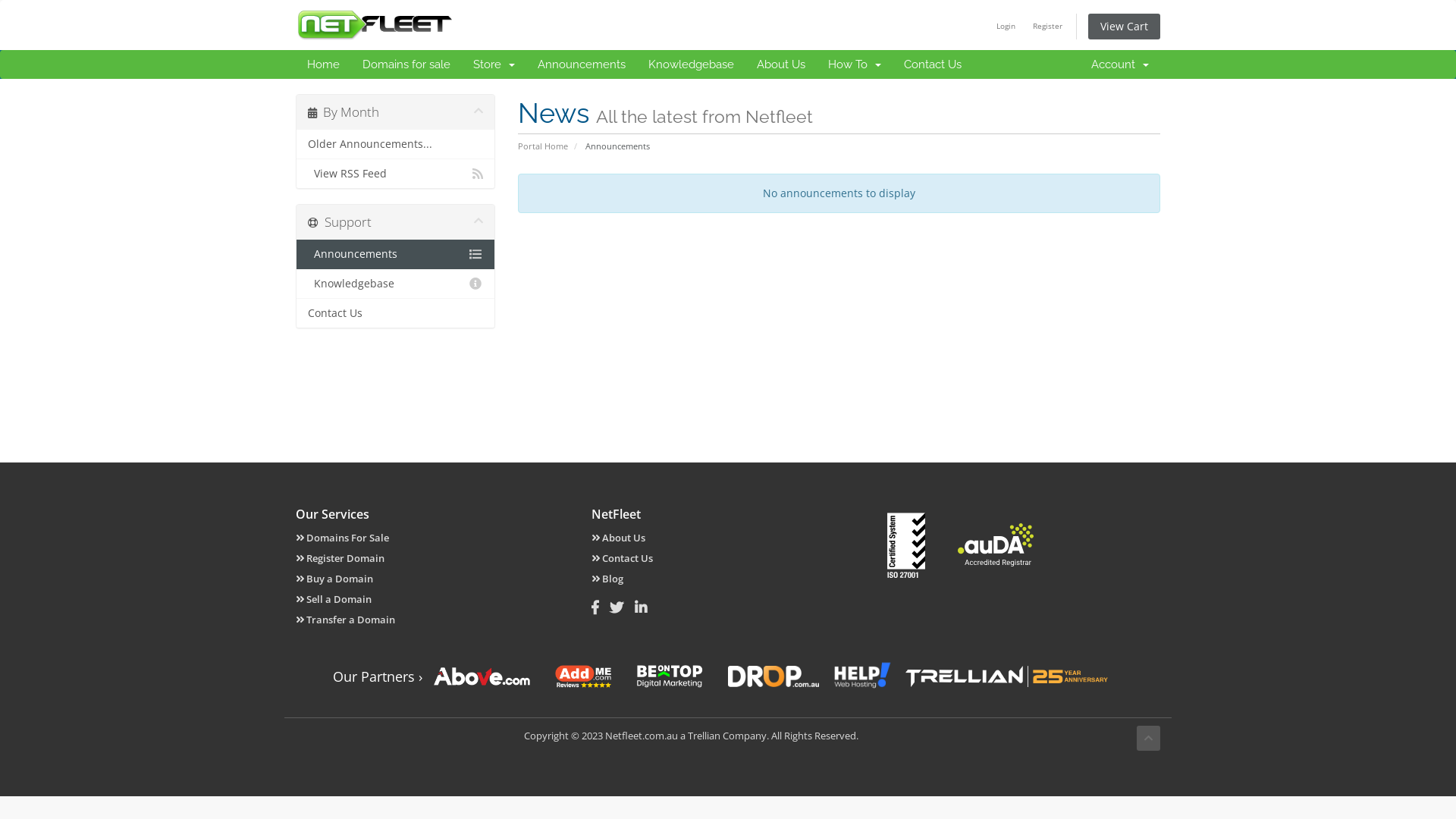  What do you see at coordinates (395, 144) in the screenshot?
I see `'Older Announcements...'` at bounding box center [395, 144].